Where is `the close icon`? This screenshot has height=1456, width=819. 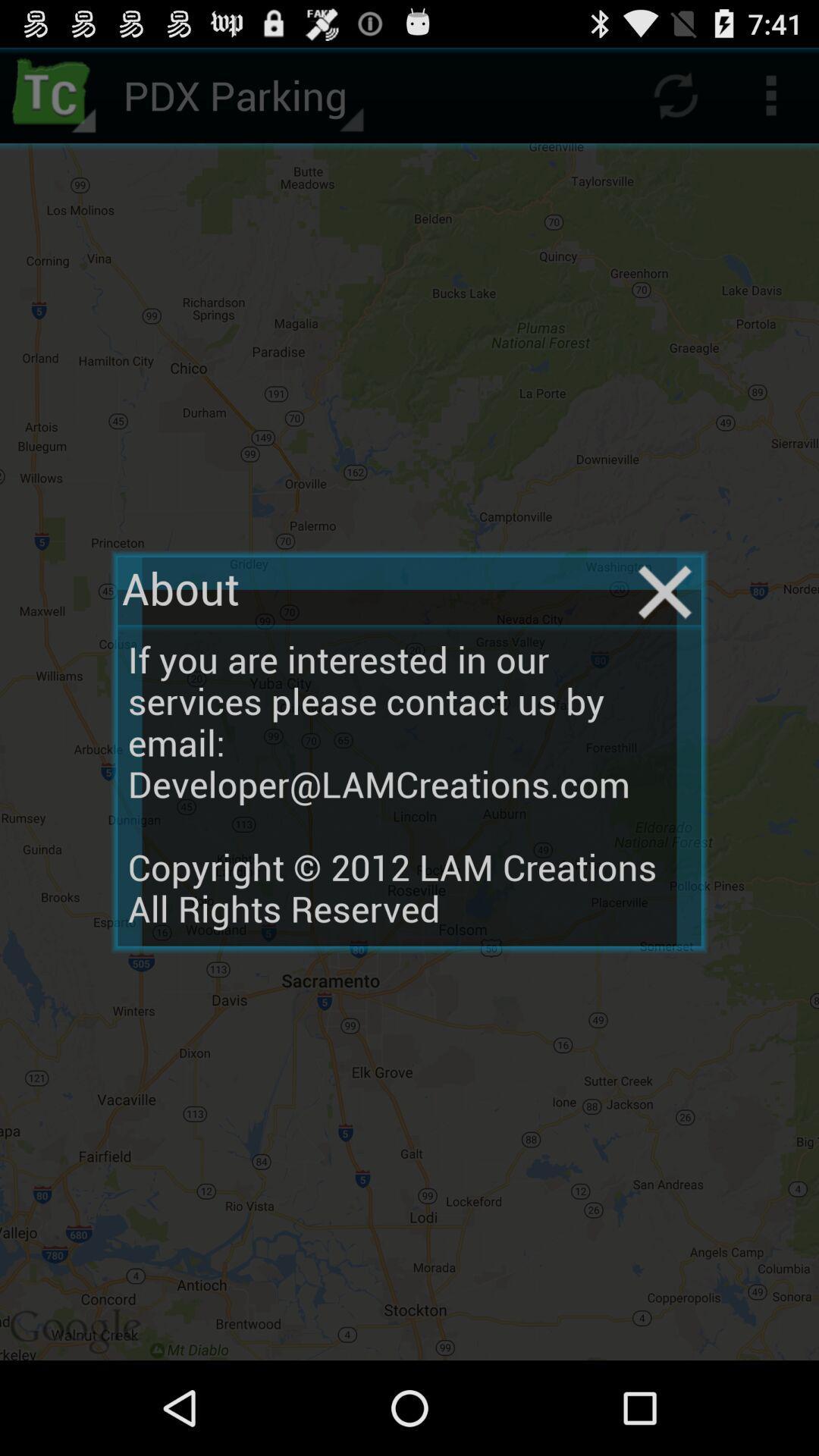
the close icon is located at coordinates (664, 633).